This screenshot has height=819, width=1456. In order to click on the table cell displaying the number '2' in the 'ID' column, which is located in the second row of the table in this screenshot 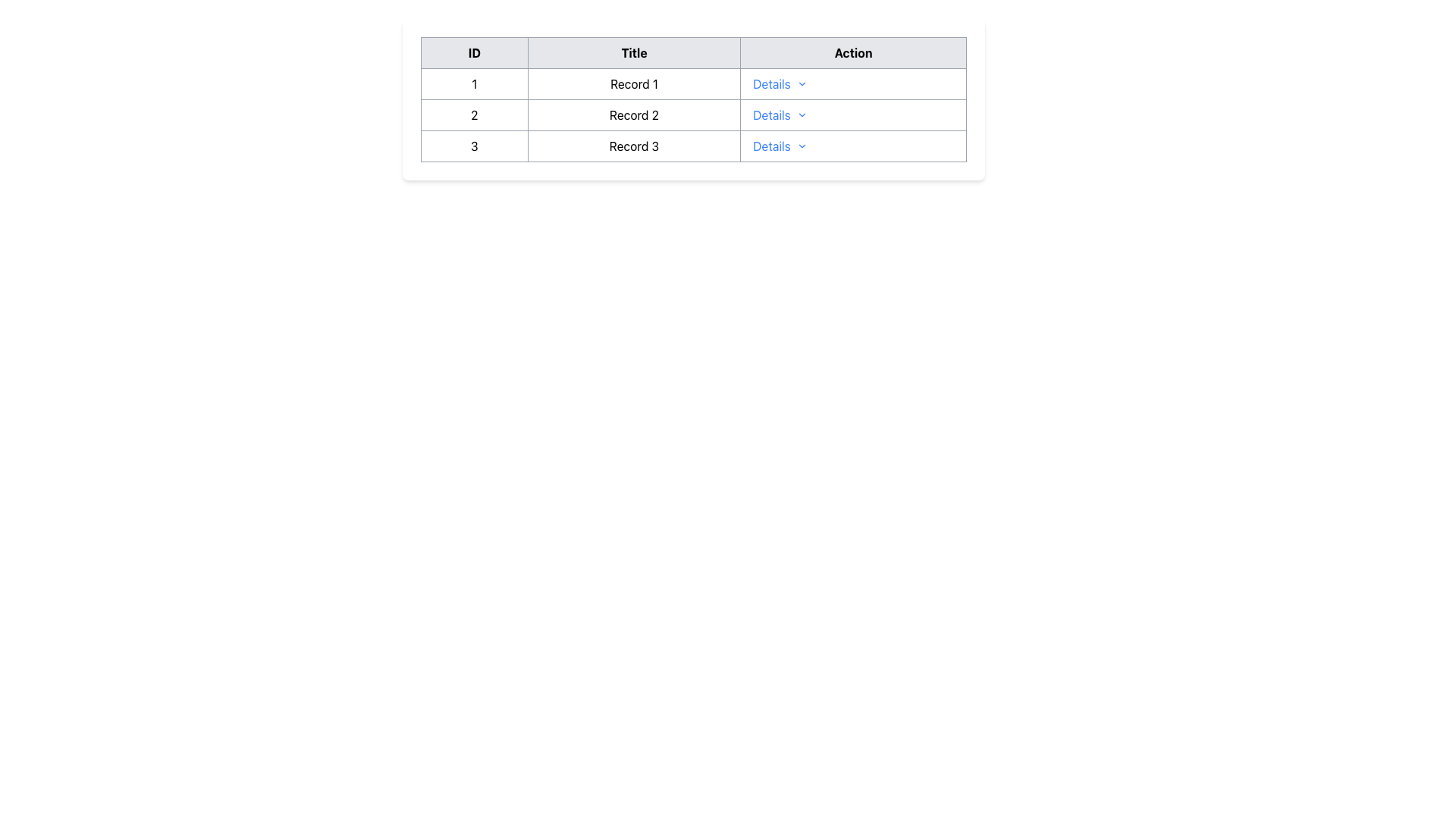, I will do `click(473, 114)`.